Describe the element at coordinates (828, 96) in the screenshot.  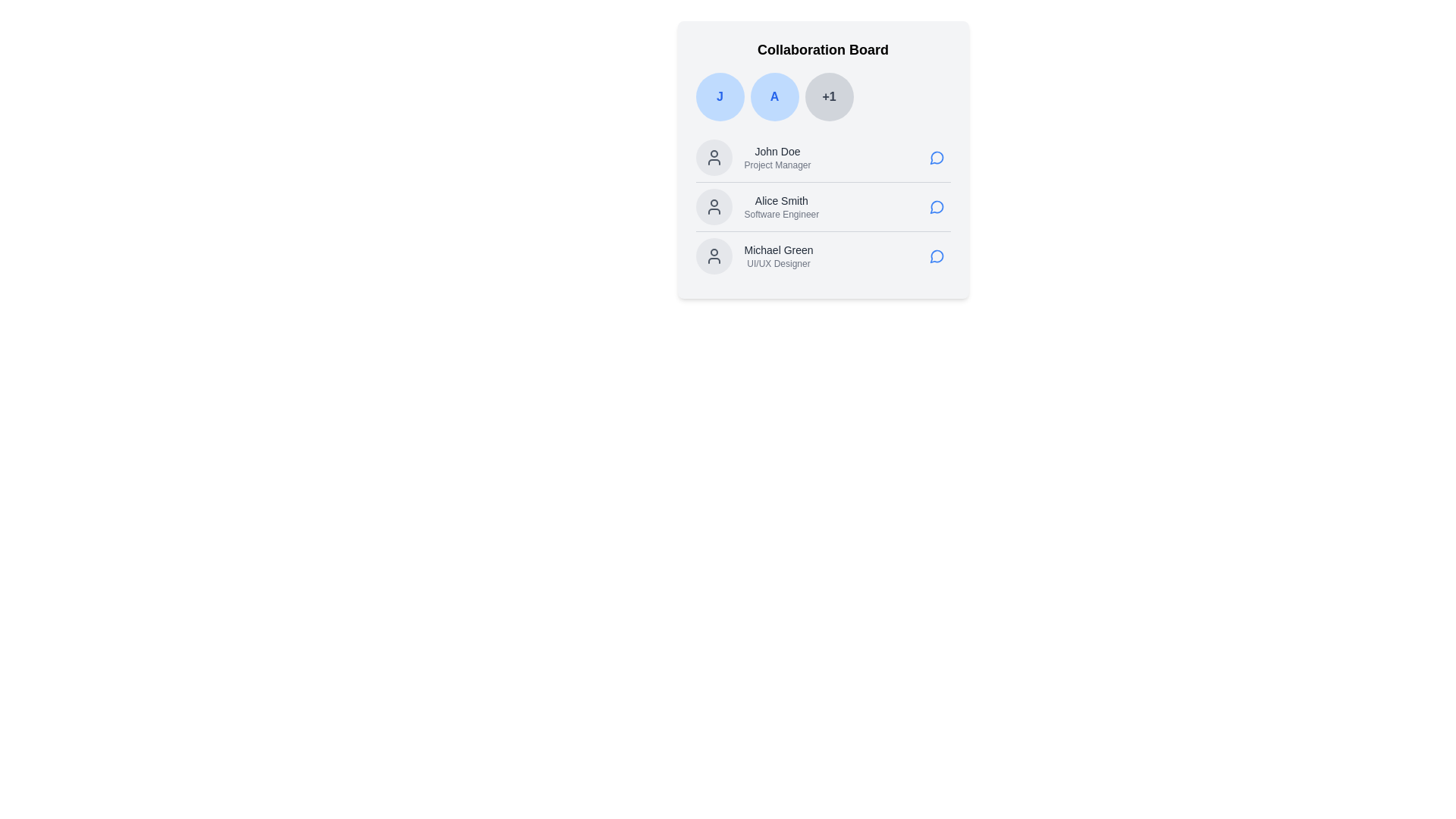
I see `the circular badge counter displaying '+1' with a light gray background, located in the Collaboration Board section, positioned as the third element in a row with other circular elements` at that location.